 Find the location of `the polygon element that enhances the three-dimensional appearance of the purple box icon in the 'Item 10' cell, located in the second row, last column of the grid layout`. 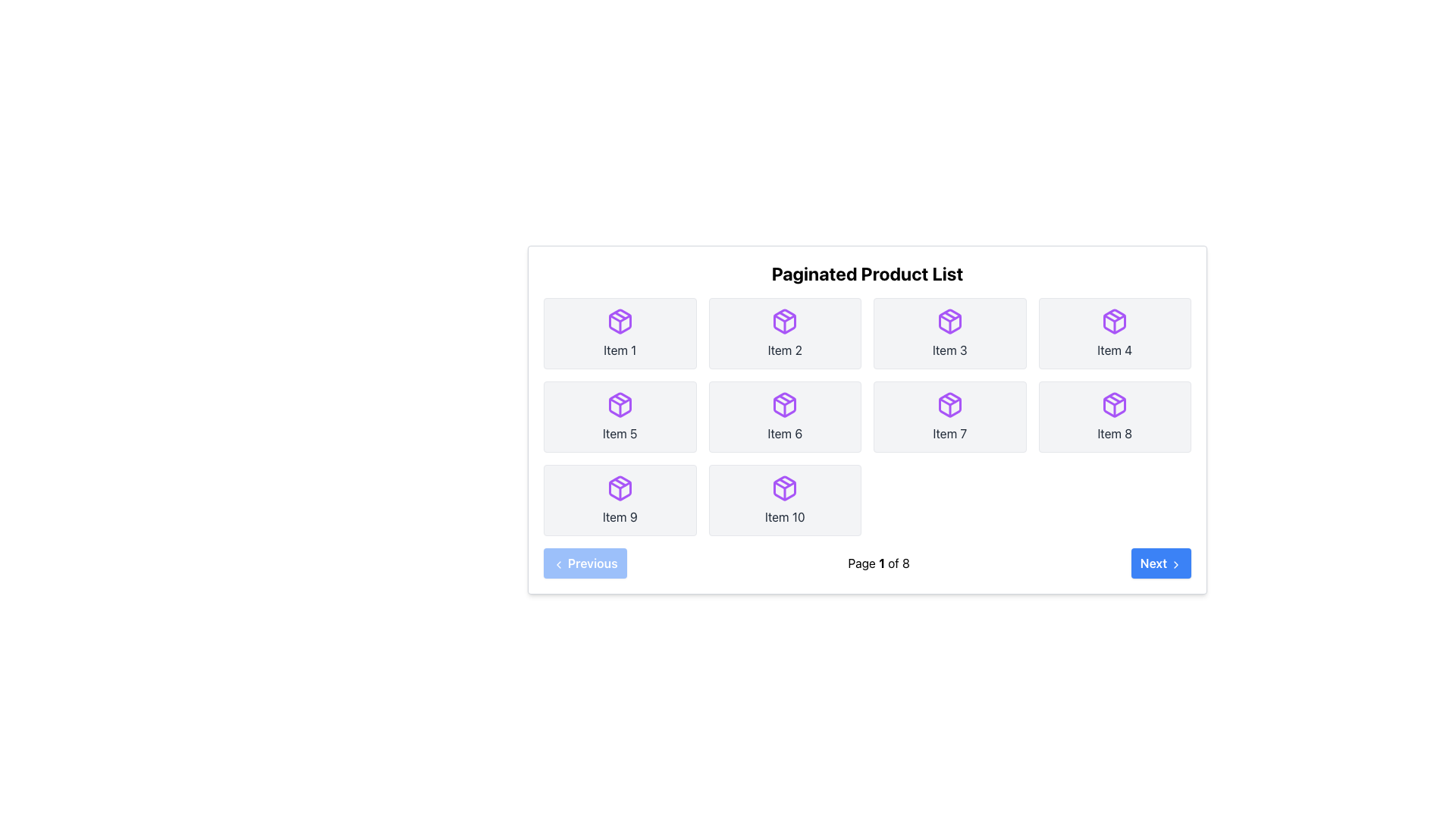

the polygon element that enhances the three-dimensional appearance of the purple box icon in the 'Item 10' cell, located in the second row, last column of the grid layout is located at coordinates (785, 485).